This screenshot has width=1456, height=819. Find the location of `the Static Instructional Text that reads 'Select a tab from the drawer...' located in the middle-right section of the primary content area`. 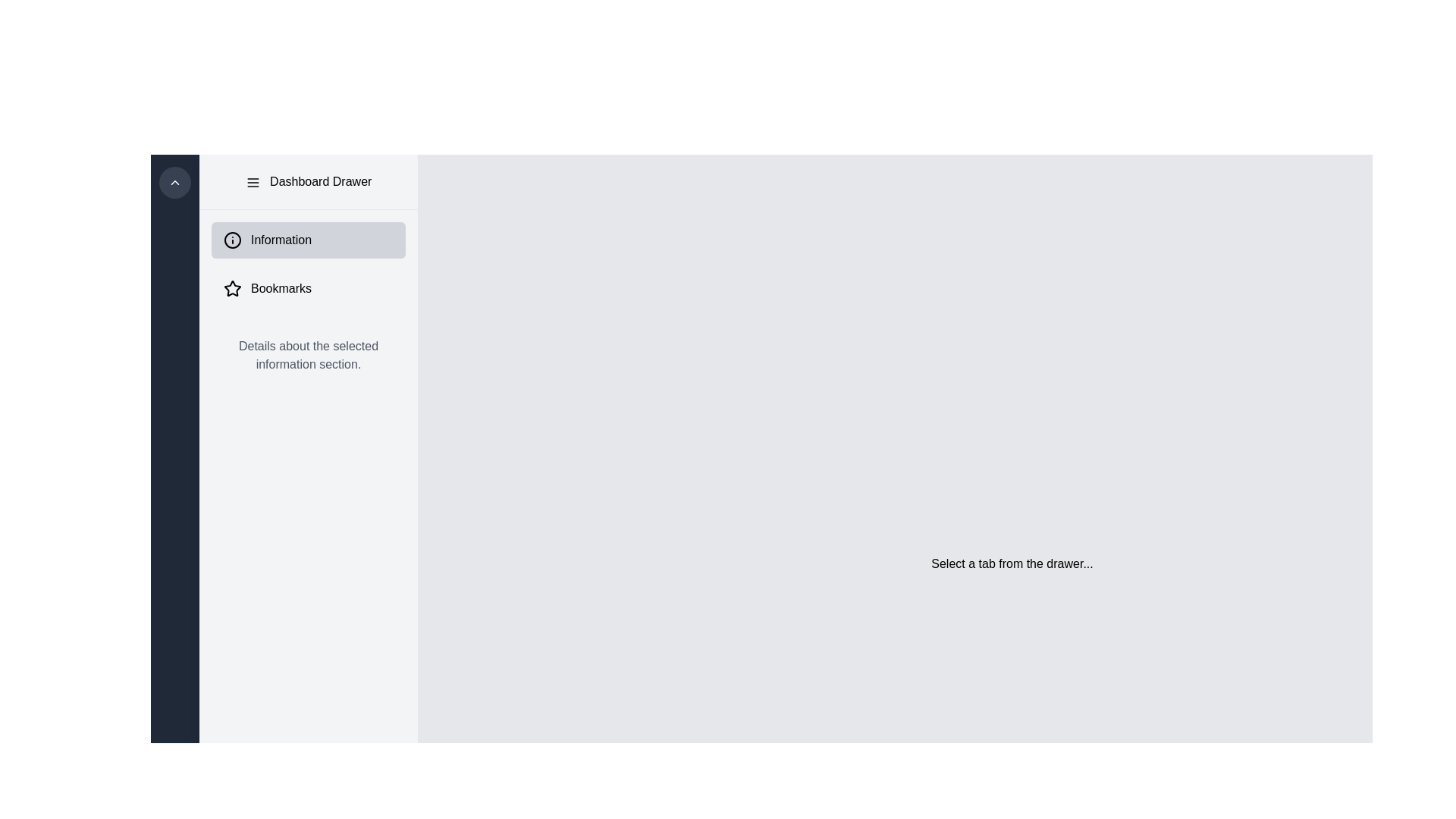

the Static Instructional Text that reads 'Select a tab from the drawer...' located in the middle-right section of the primary content area is located at coordinates (1012, 564).